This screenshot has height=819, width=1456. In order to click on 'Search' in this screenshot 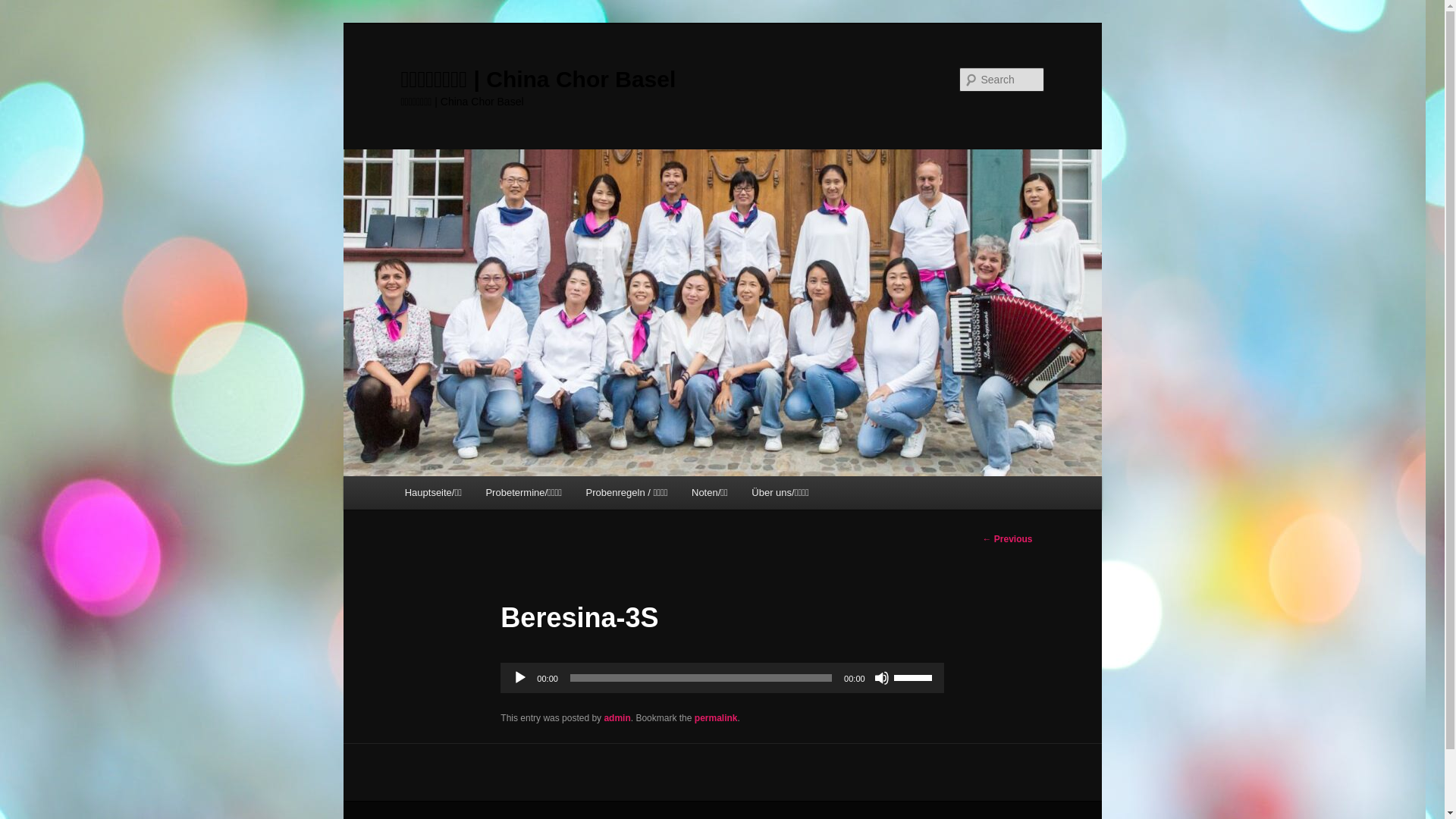, I will do `click(24, 8)`.